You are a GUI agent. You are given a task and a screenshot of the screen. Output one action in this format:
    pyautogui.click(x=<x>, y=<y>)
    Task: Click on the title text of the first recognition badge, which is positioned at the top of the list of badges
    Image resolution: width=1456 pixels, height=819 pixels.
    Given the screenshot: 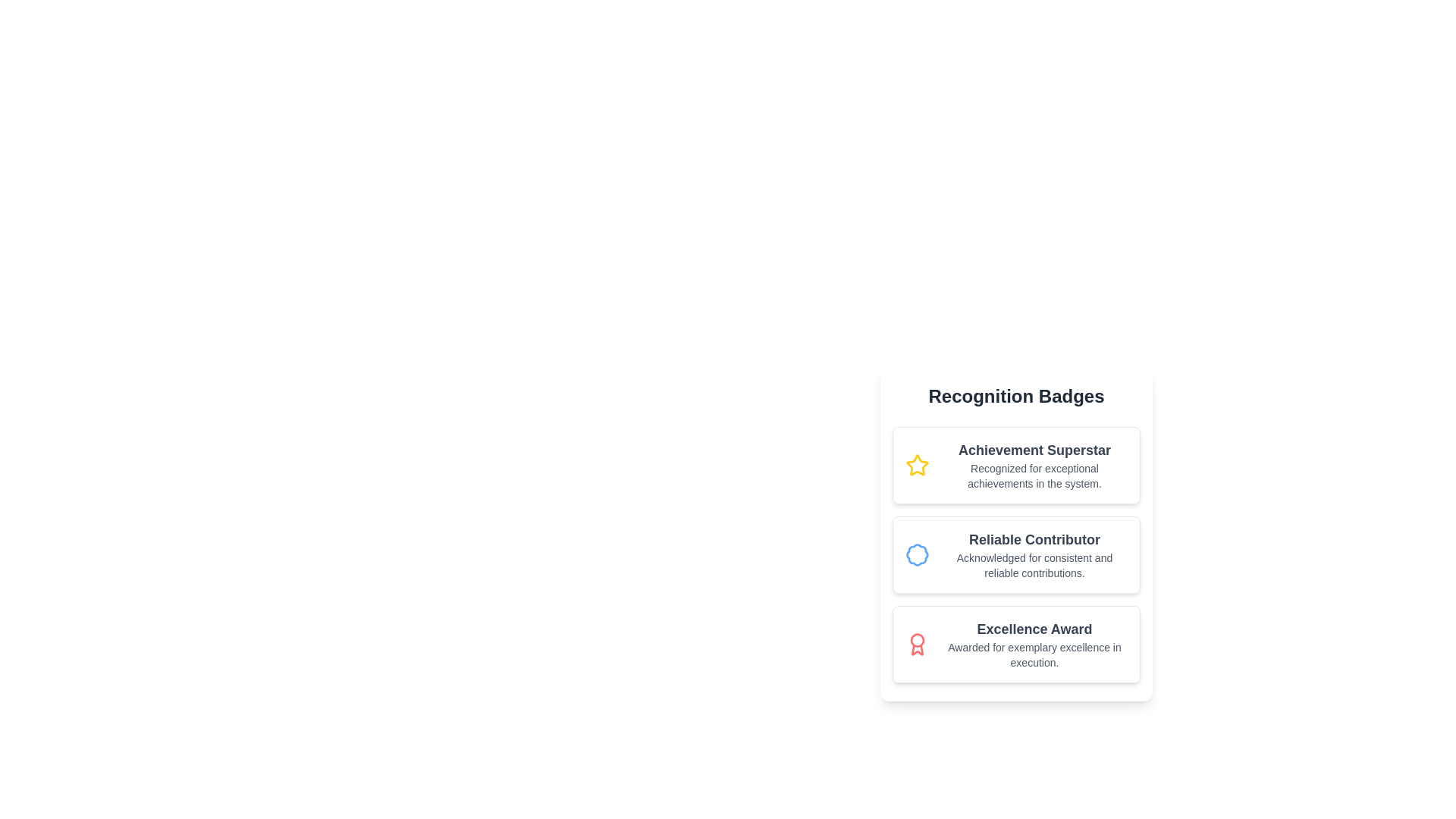 What is the action you would take?
    pyautogui.click(x=1034, y=450)
    